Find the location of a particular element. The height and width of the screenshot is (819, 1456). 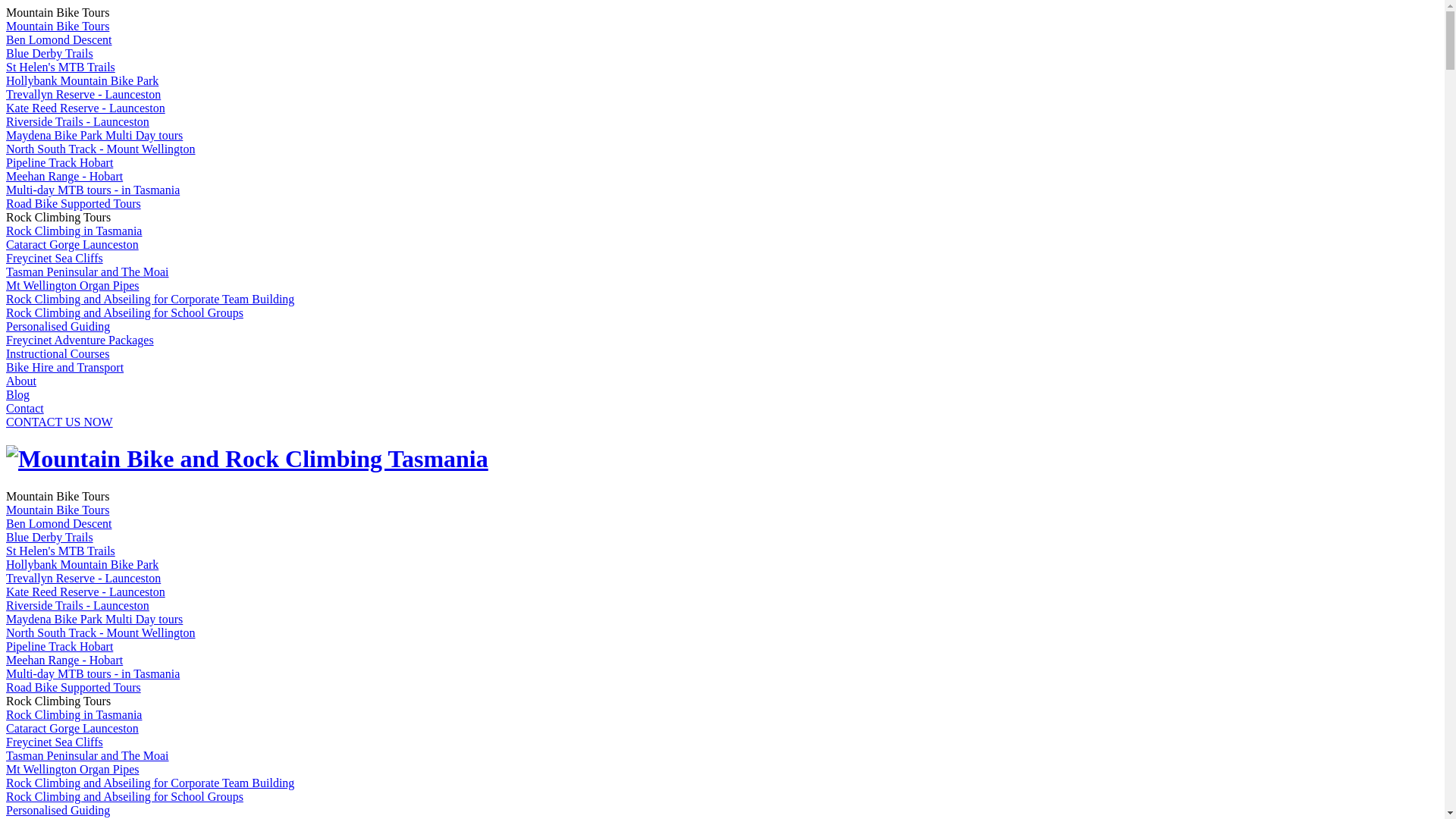

'Rock Climbing and Abseiling for School Groups' is located at coordinates (124, 795).